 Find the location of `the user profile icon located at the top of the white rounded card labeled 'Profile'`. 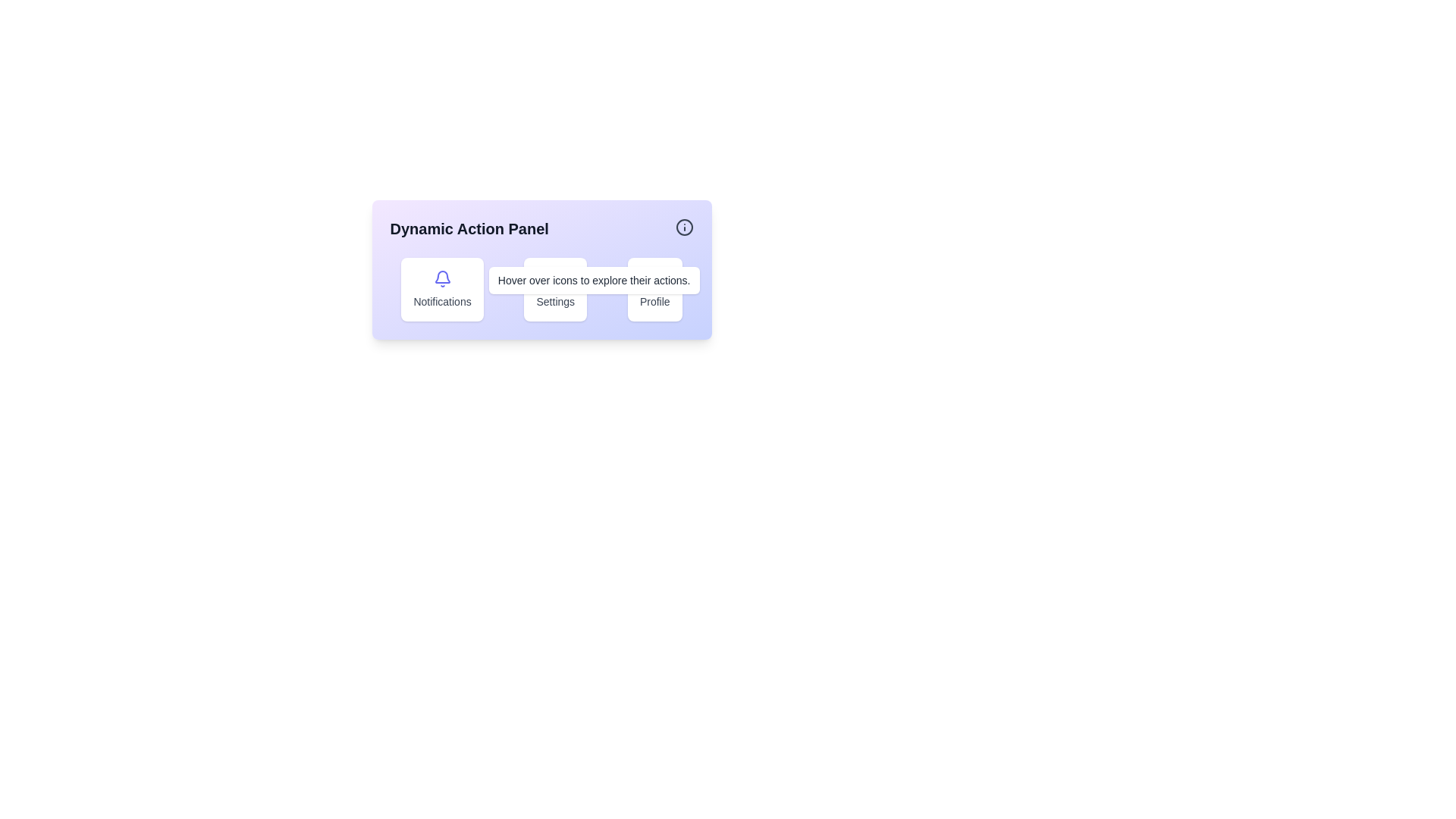

the user profile icon located at the top of the white rounded card labeled 'Profile' is located at coordinates (654, 278).